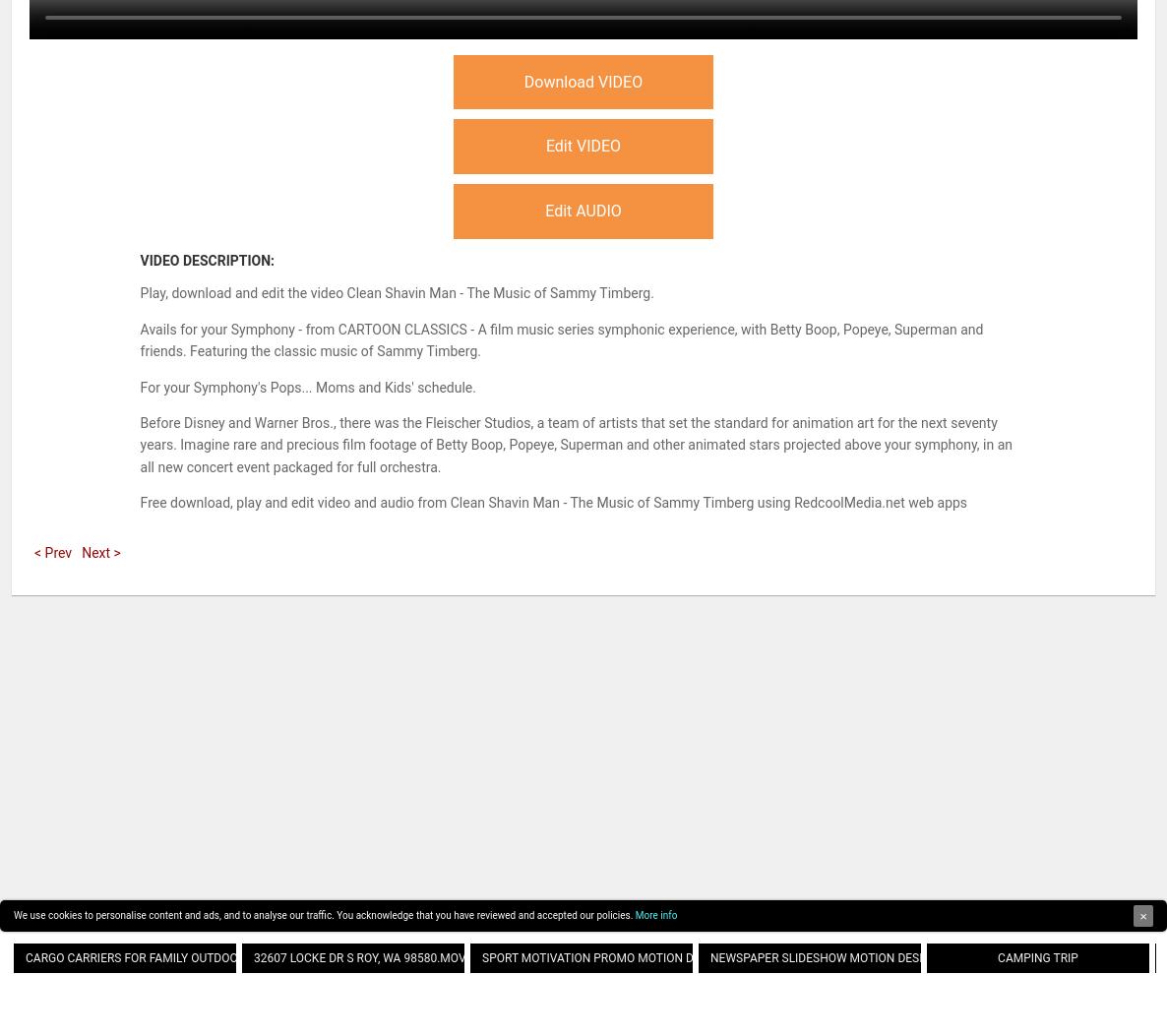 Image resolution: width=1167 pixels, height=1036 pixels. What do you see at coordinates (1037, 956) in the screenshot?
I see `'Camping Trip'` at bounding box center [1037, 956].